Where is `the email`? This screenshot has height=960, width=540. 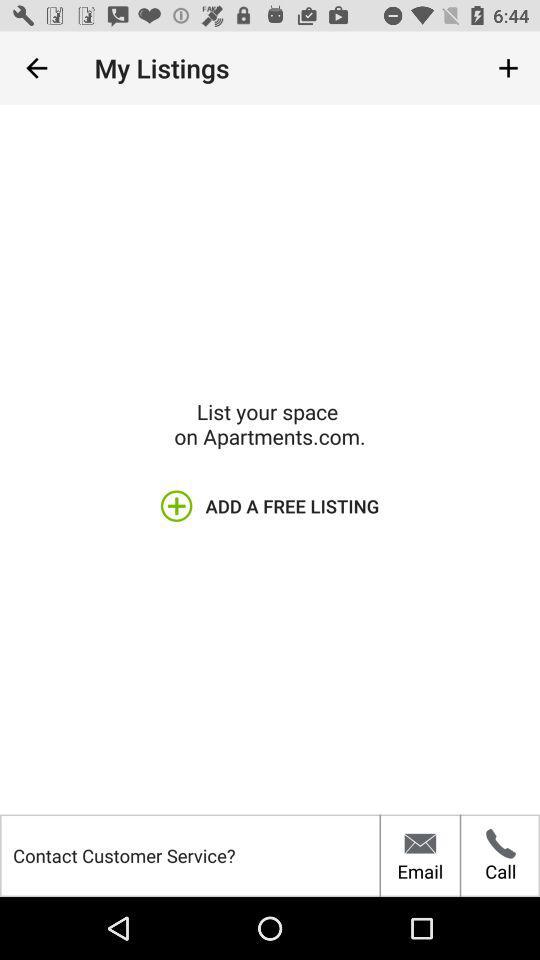
the email is located at coordinates (419, 854).